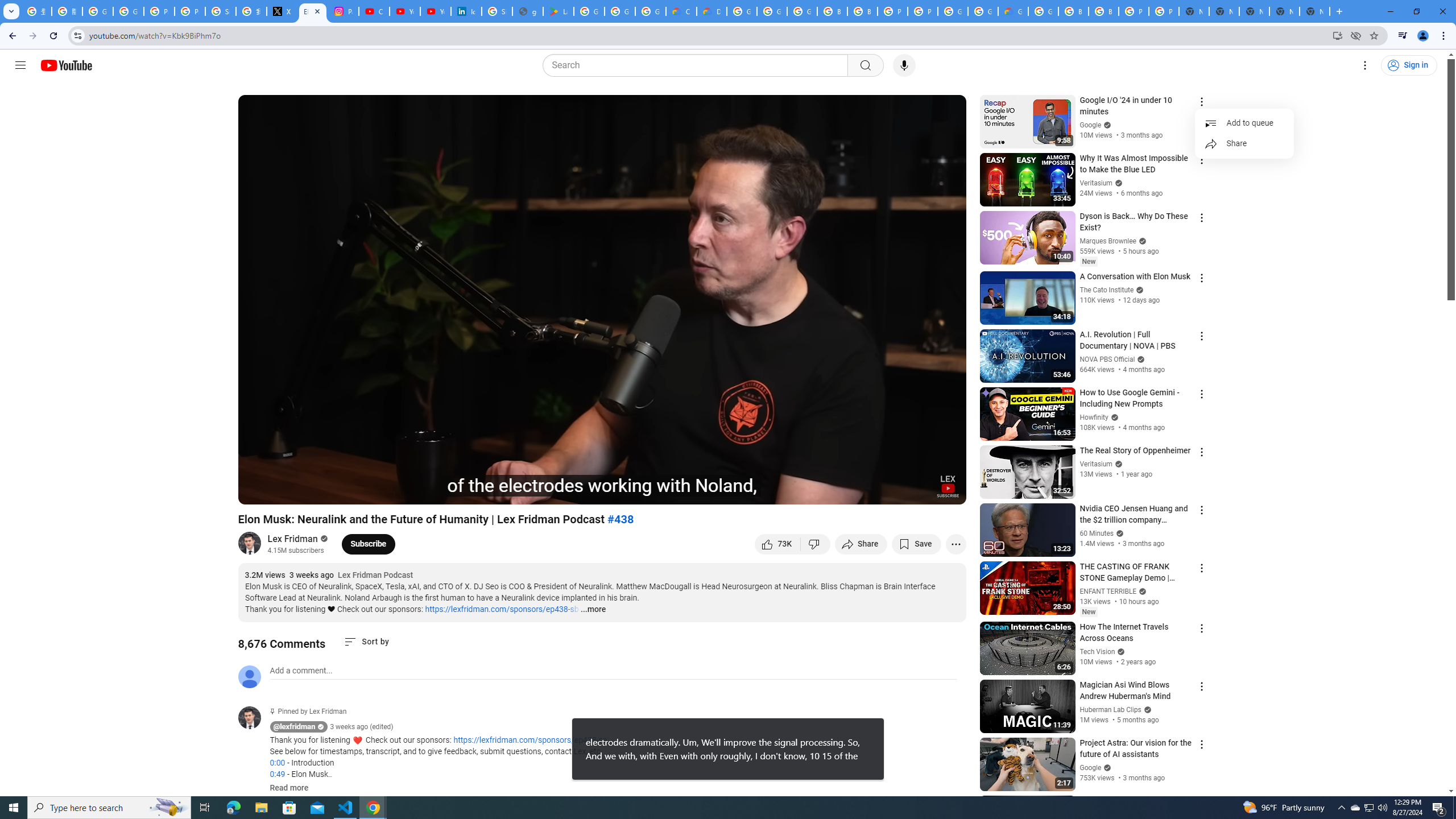 This screenshot has height=819, width=1456. I want to click on '0:49', so click(276, 773).